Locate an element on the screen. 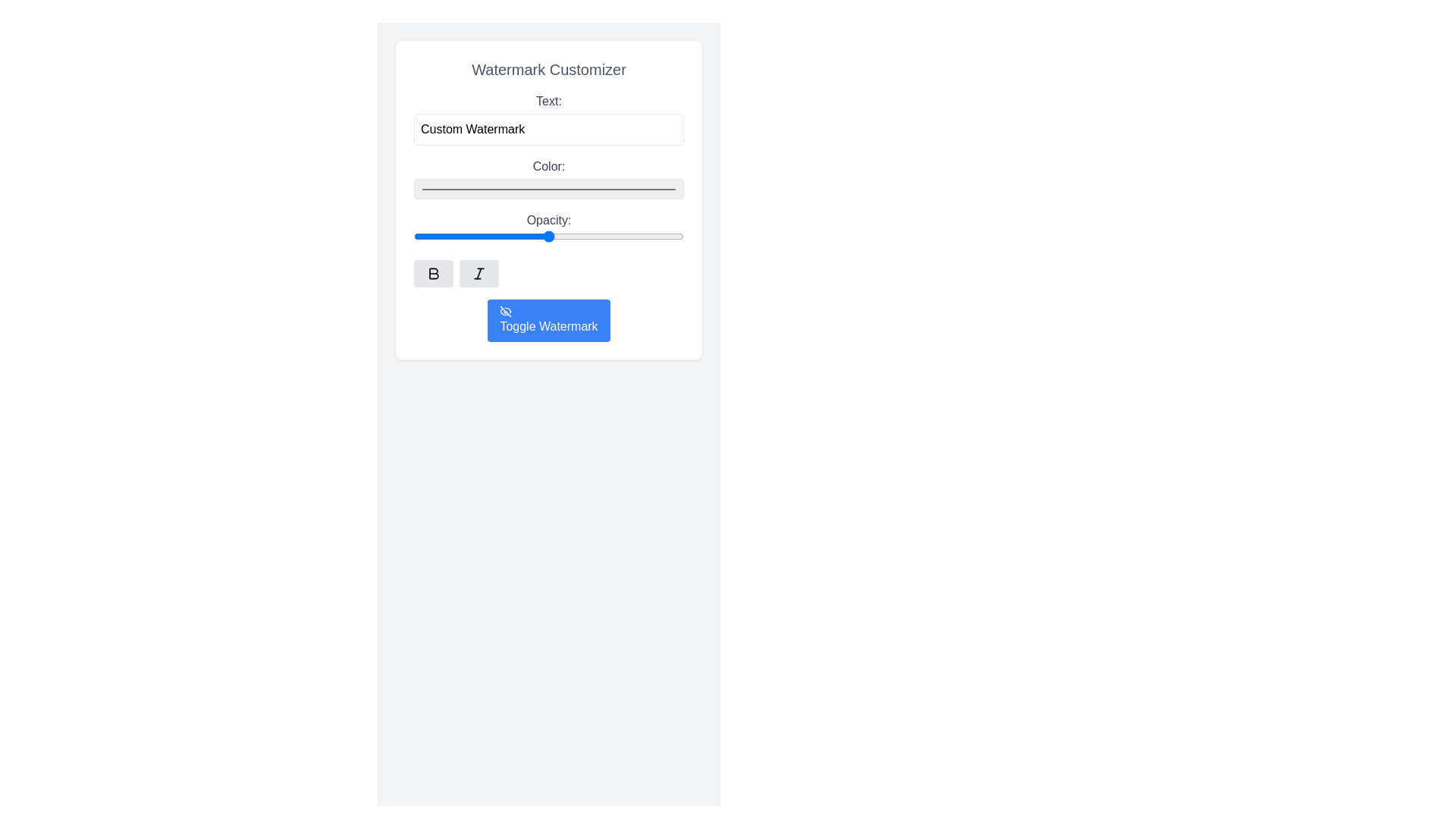  the Icon button located within the 'Toggle Watermark' button is located at coordinates (506, 311).